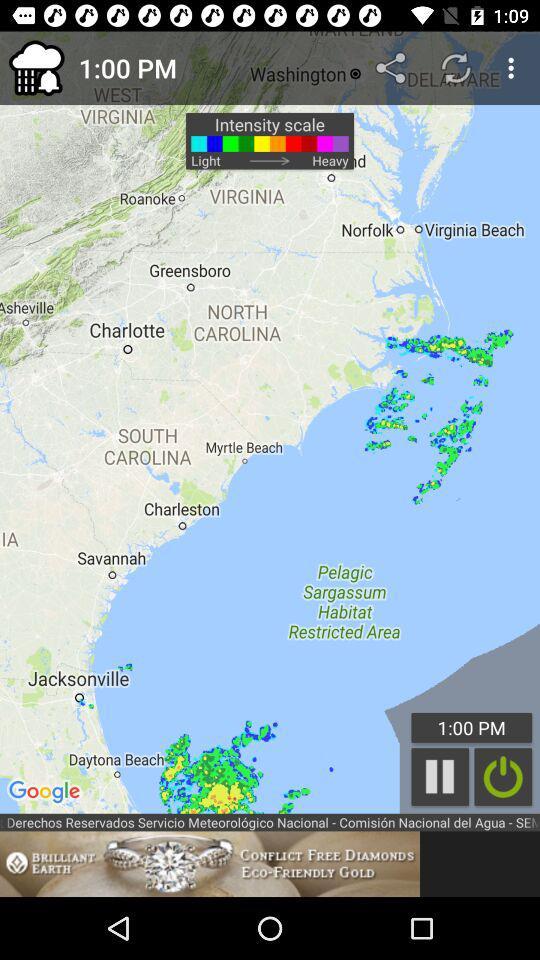 This screenshot has height=960, width=540. What do you see at coordinates (502, 776) in the screenshot?
I see `power button` at bounding box center [502, 776].